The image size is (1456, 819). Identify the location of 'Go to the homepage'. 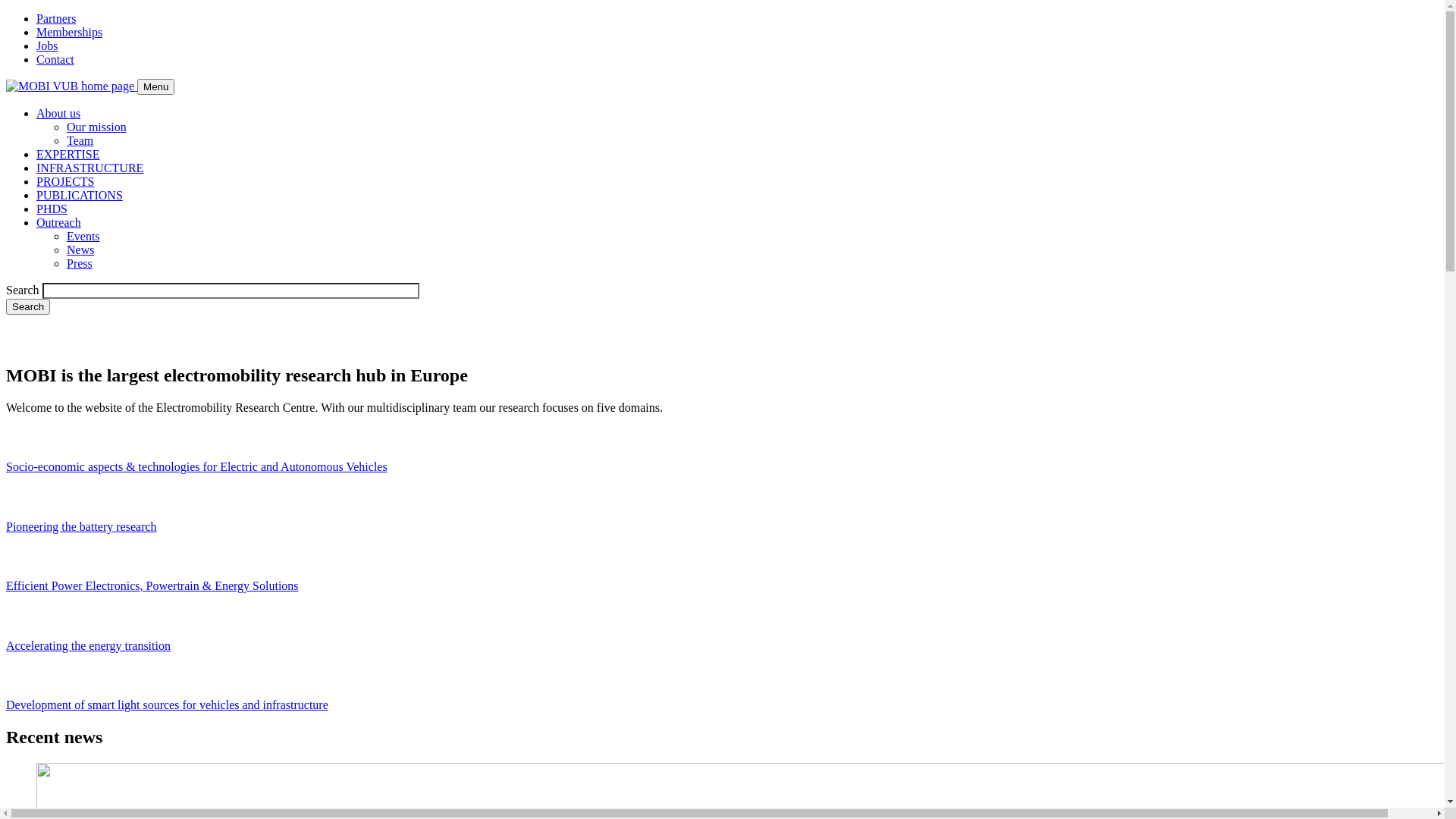
(71, 86).